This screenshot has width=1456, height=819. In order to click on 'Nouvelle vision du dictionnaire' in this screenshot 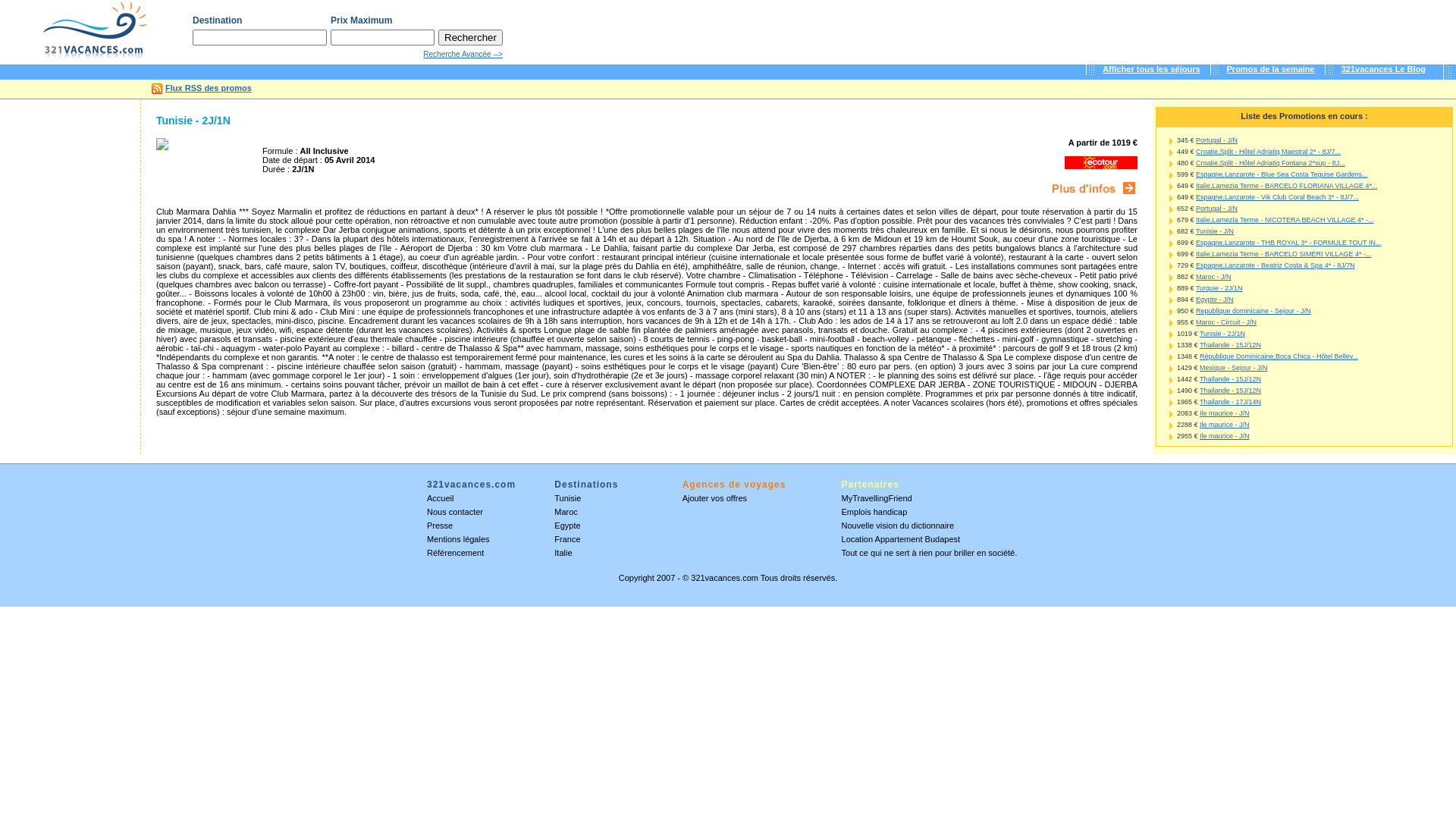, I will do `click(898, 525)`.